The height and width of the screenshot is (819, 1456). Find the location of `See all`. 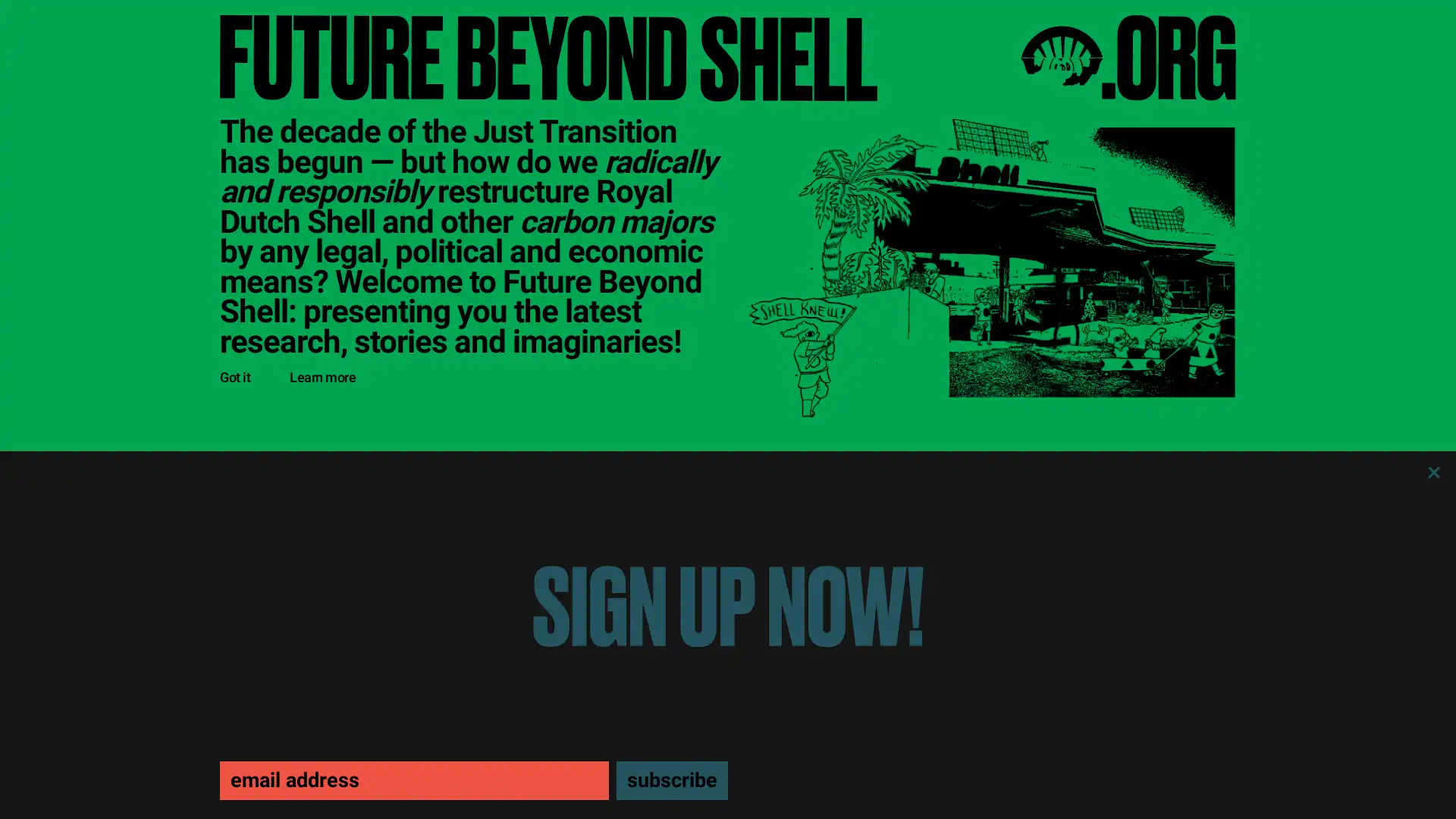

See all is located at coordinates (479, 475).